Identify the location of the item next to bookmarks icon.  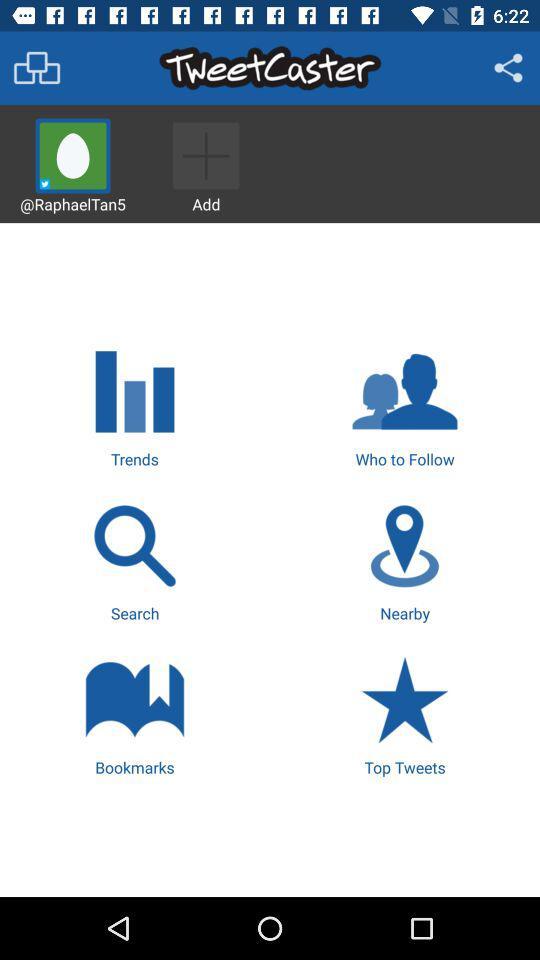
(405, 714).